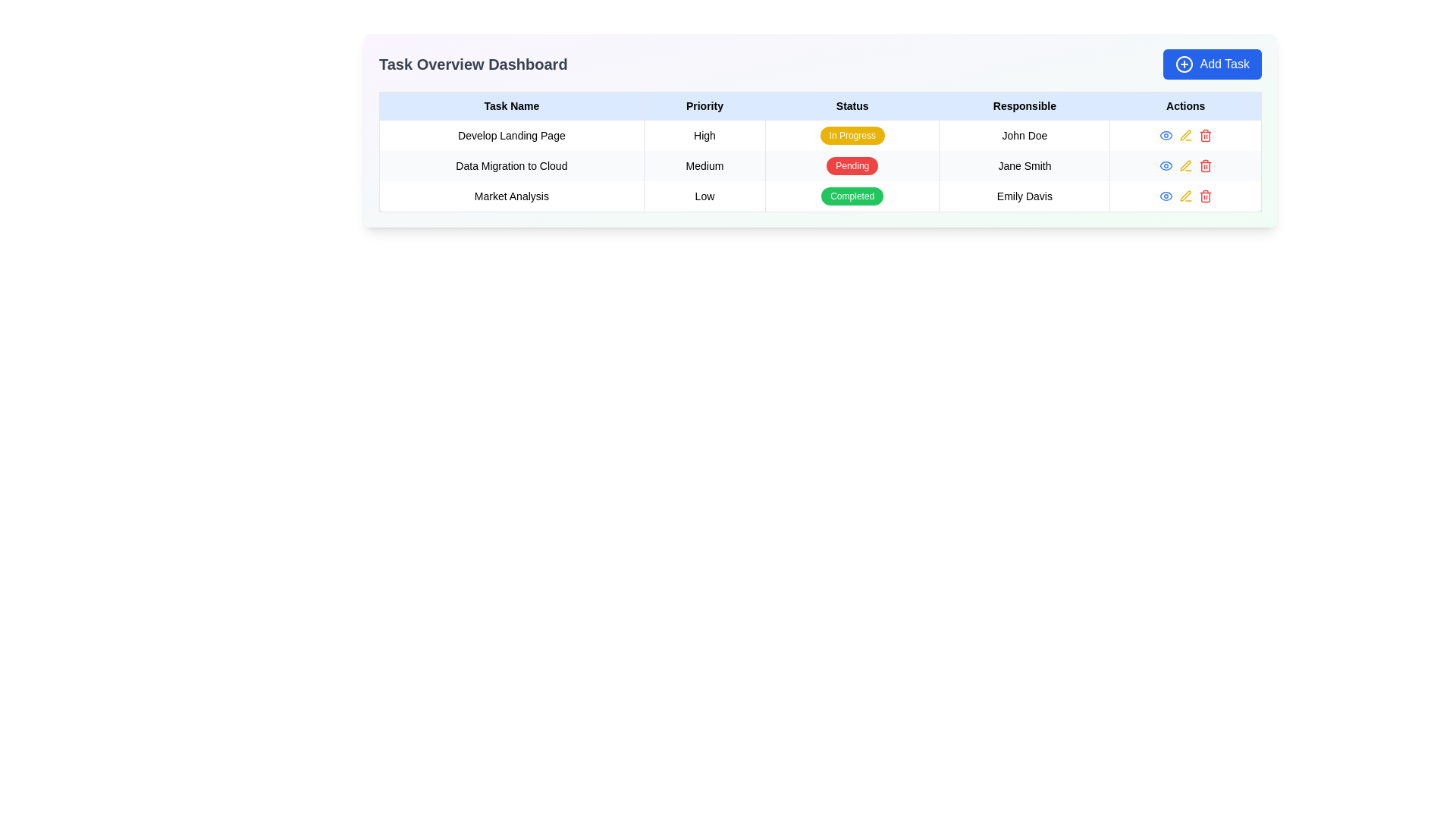  What do you see at coordinates (852, 195) in the screenshot?
I see `the pill-shaped badge with a green background and white text reading 'Completed' in the 'Status' column of the third row for the task 'Market Analysis'` at bounding box center [852, 195].